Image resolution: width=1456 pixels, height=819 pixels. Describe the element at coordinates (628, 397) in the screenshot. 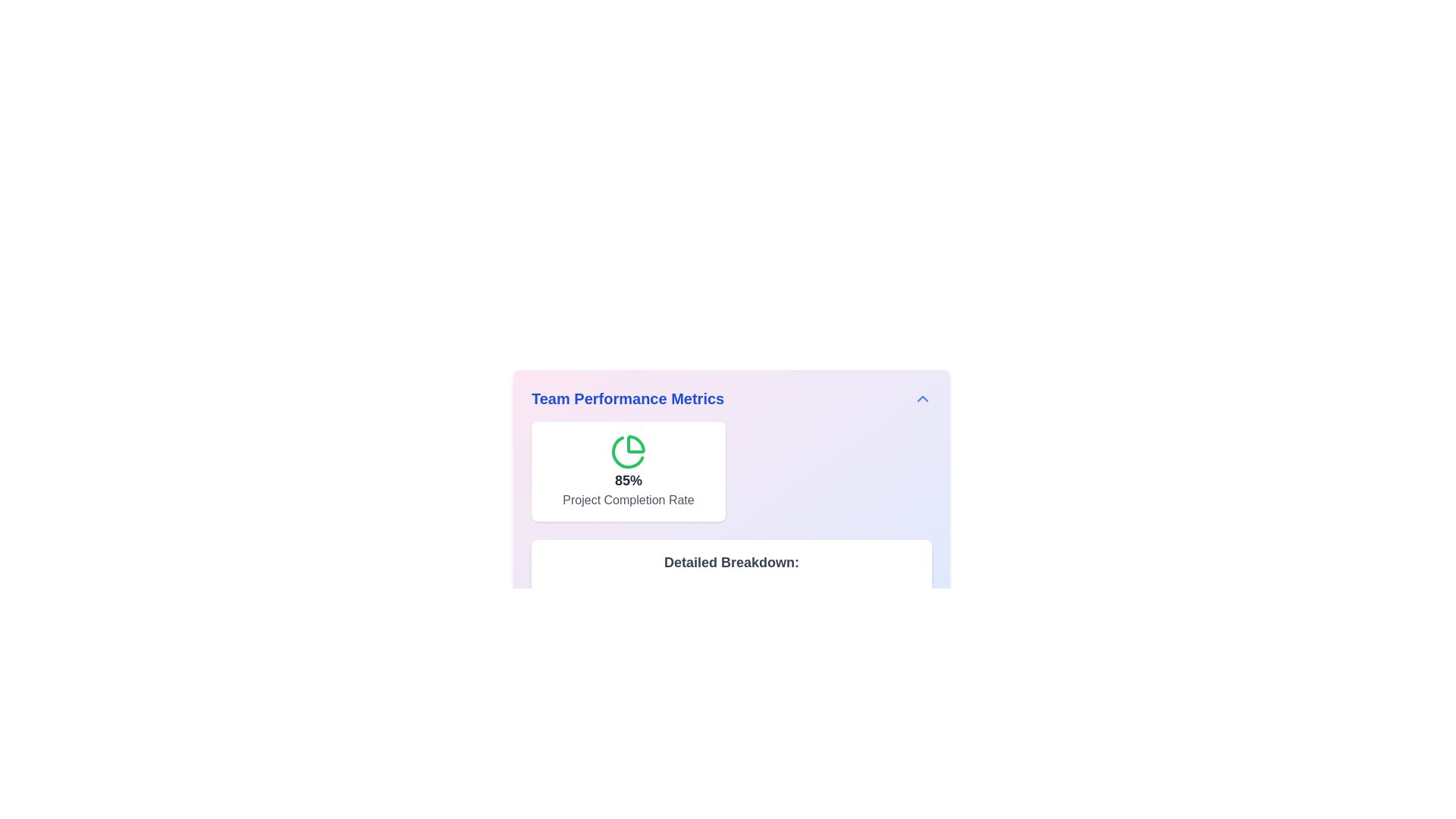

I see `section title text located at the top of the metrics section, which is aligned to the left and serves as a header for team performance metrics` at that location.